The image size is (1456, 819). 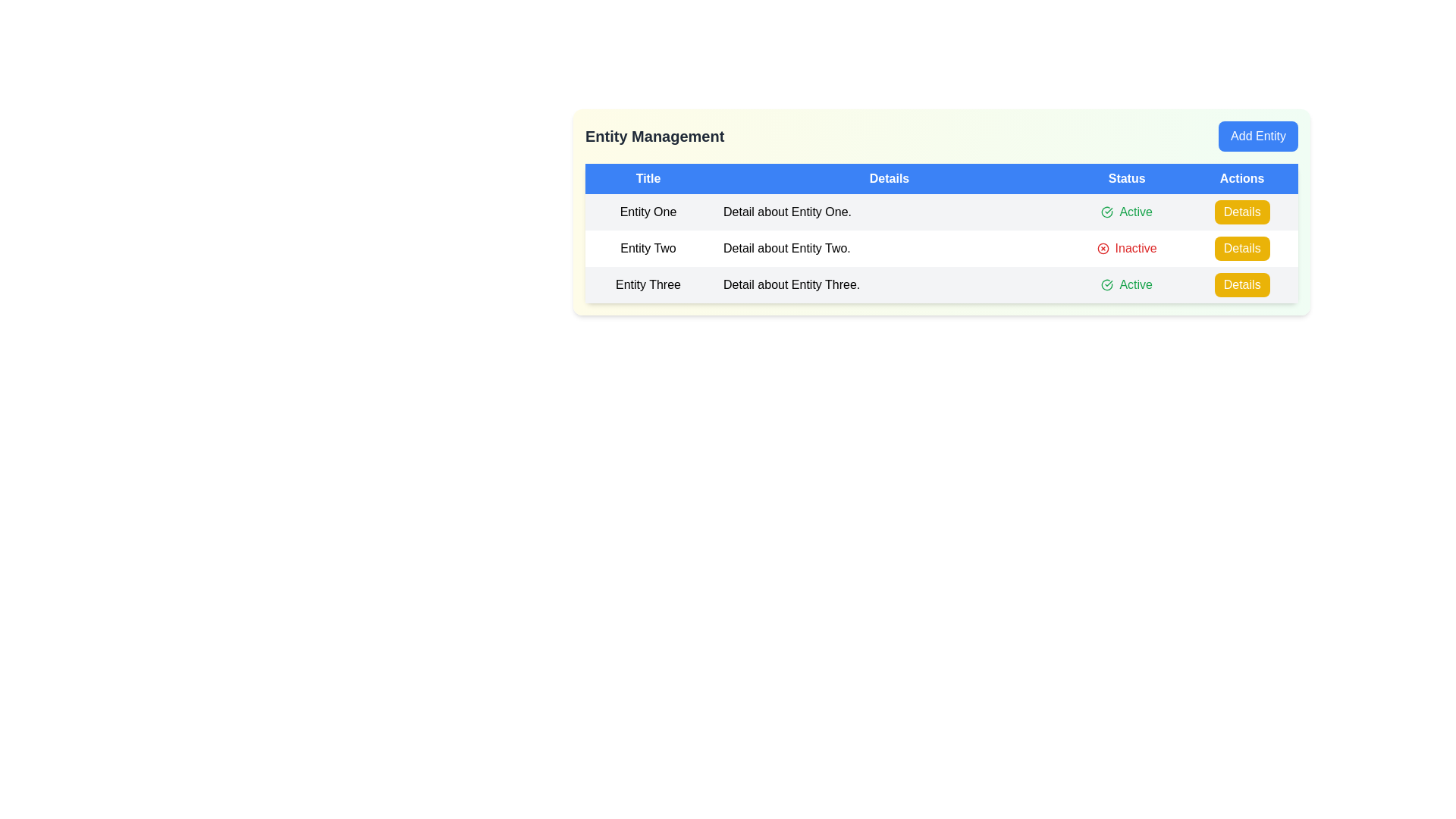 I want to click on the text block displaying 'Entity One' in black font, which is located in the first column of a table row, so click(x=648, y=212).